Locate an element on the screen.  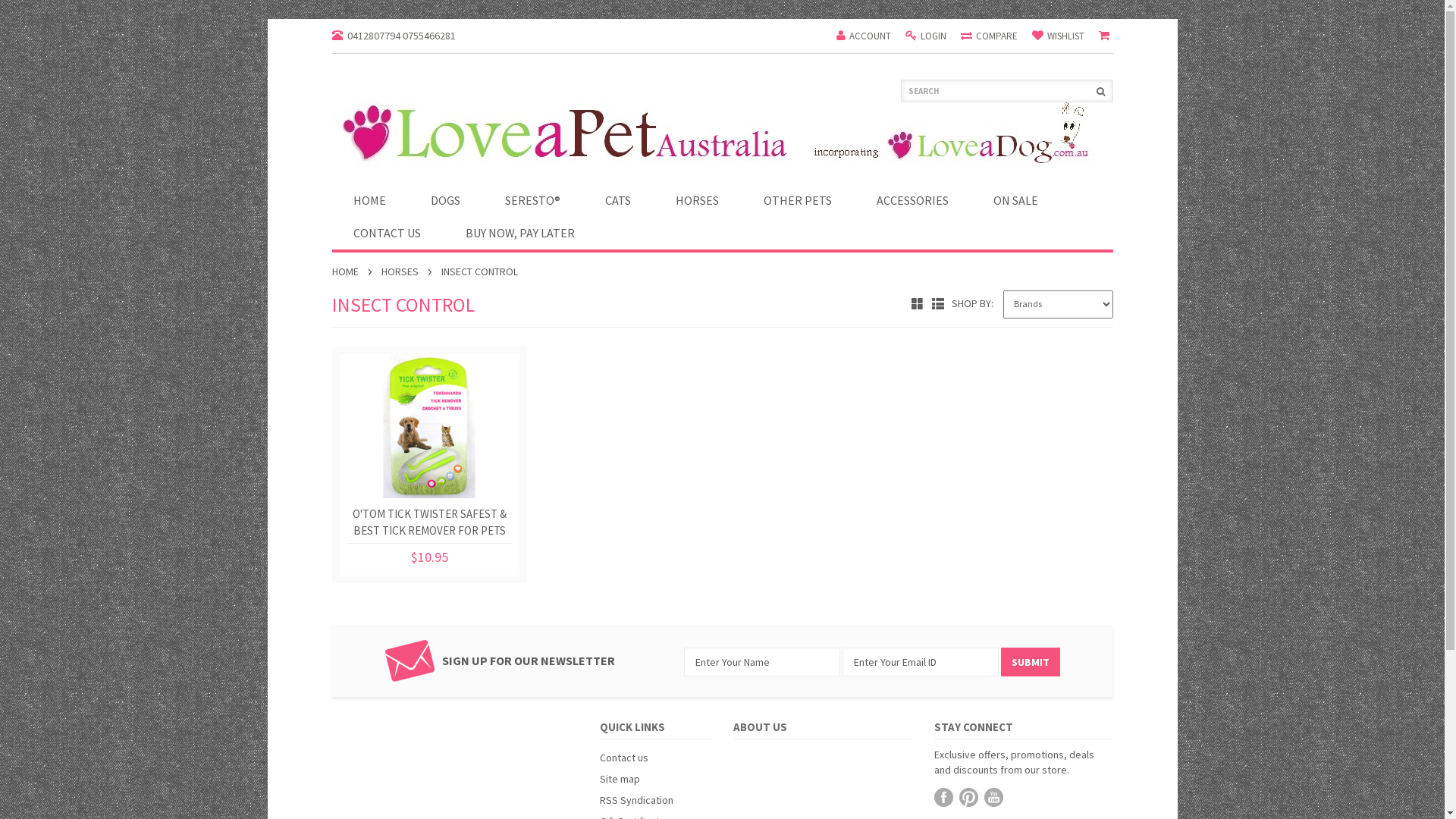
'RSS Syndication' is located at coordinates (636, 799).